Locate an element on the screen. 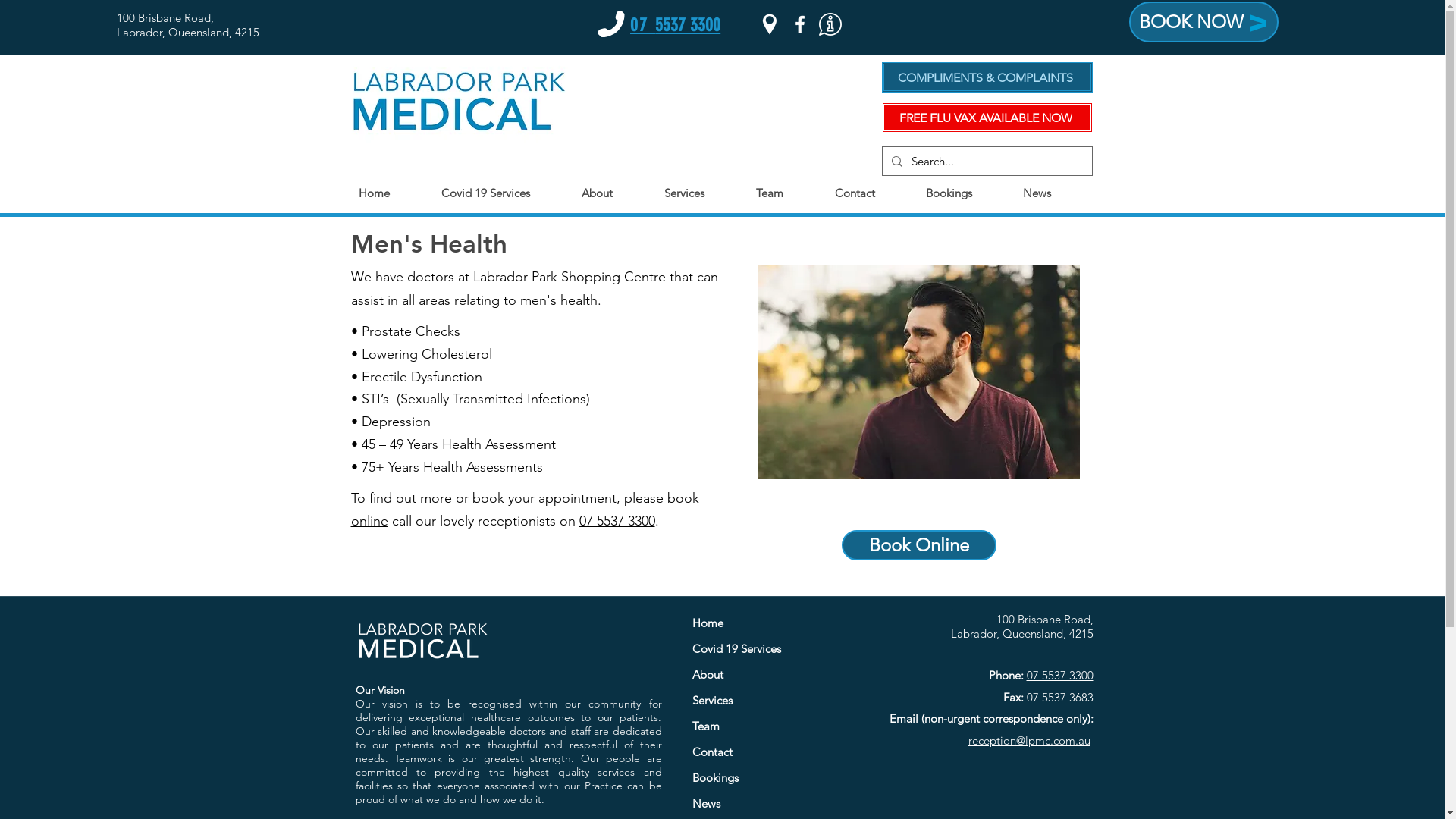 This screenshot has width=1456, height=819. '07 5537 3300' is located at coordinates (674, 25).